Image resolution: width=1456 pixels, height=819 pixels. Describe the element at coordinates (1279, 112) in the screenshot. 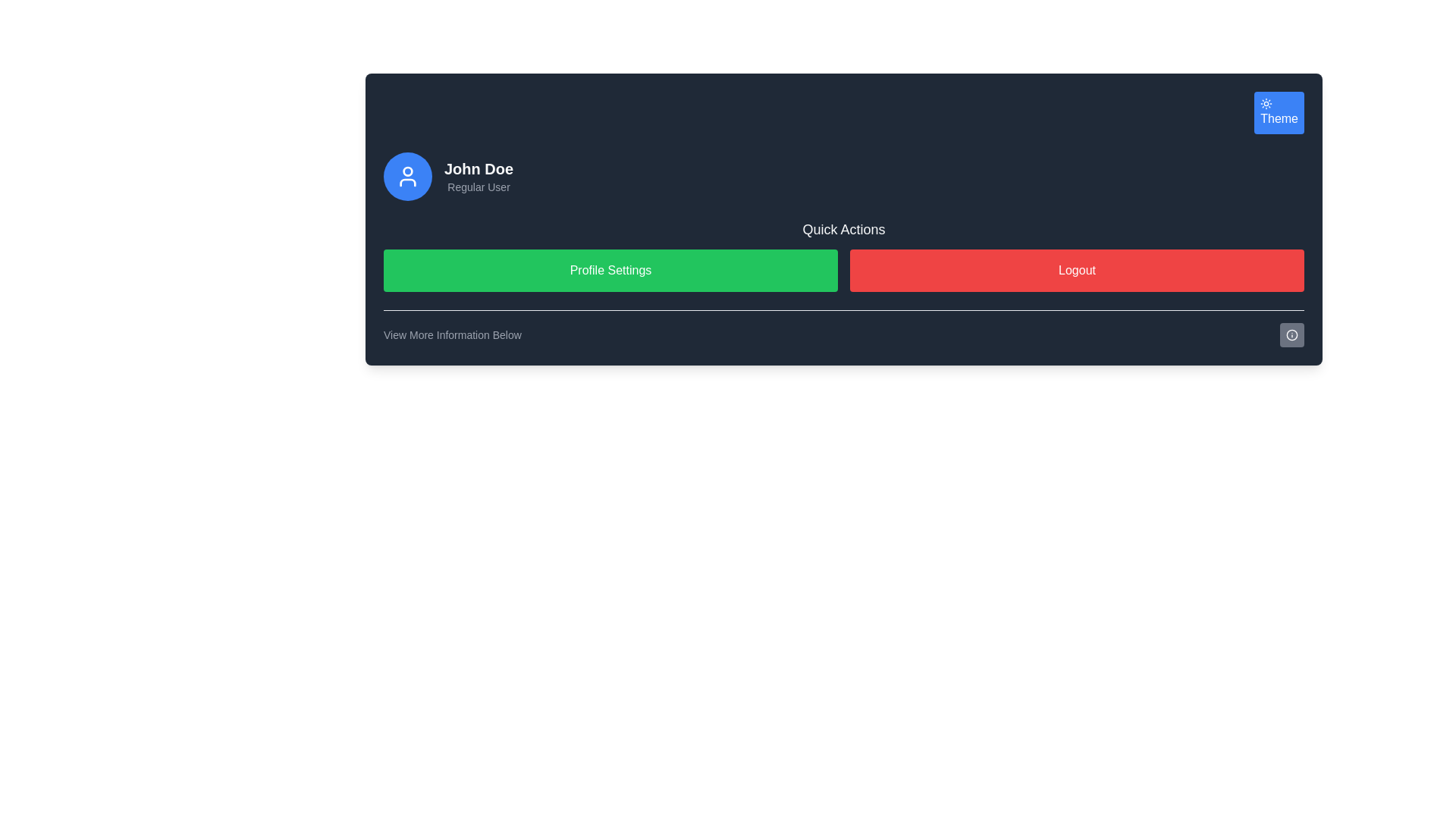

I see `the theme toggle button located at the top-right corner of the user profile section` at that location.